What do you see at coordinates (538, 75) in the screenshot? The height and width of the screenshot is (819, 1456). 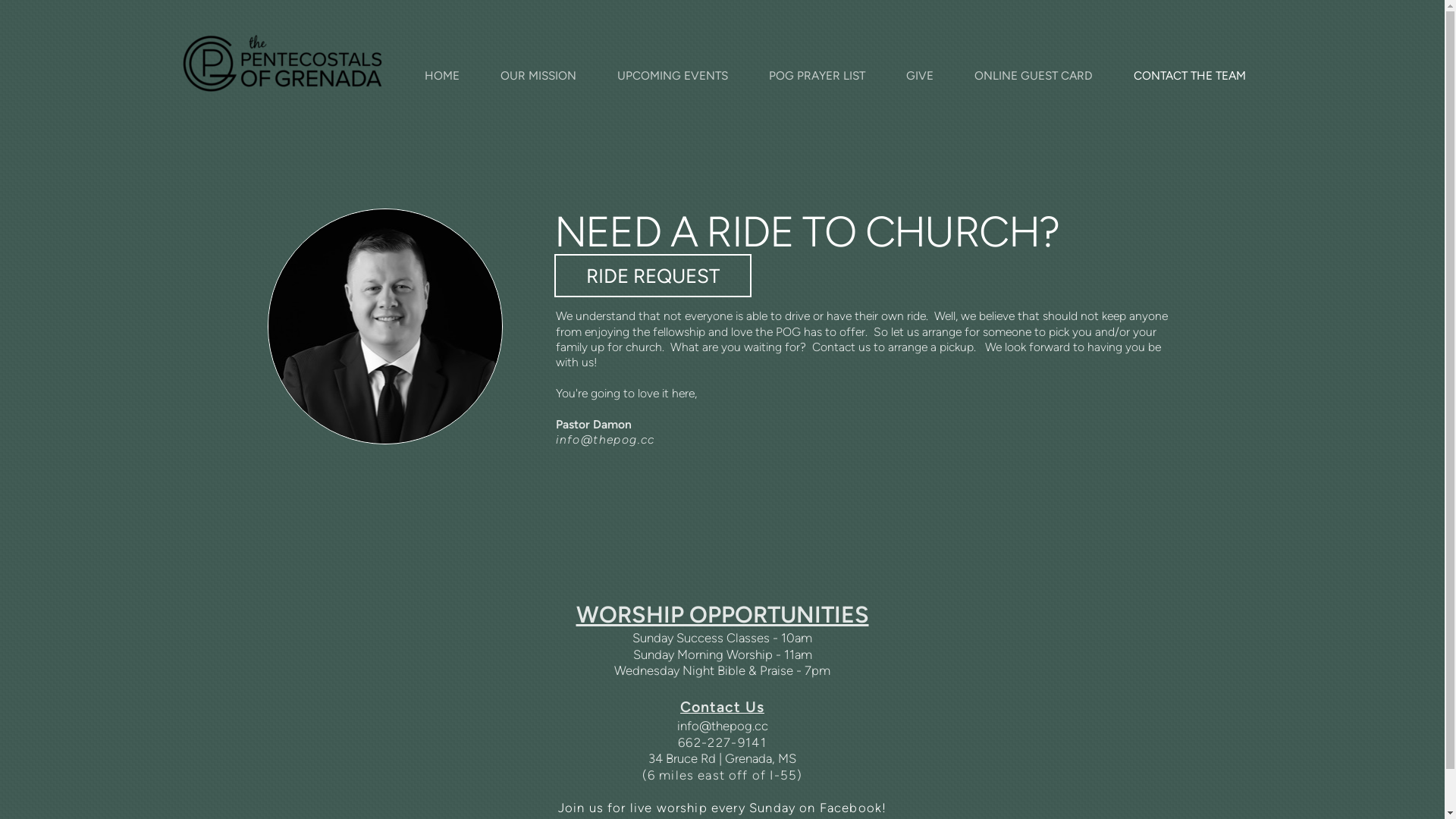 I see `'OUR MISSION'` at bounding box center [538, 75].